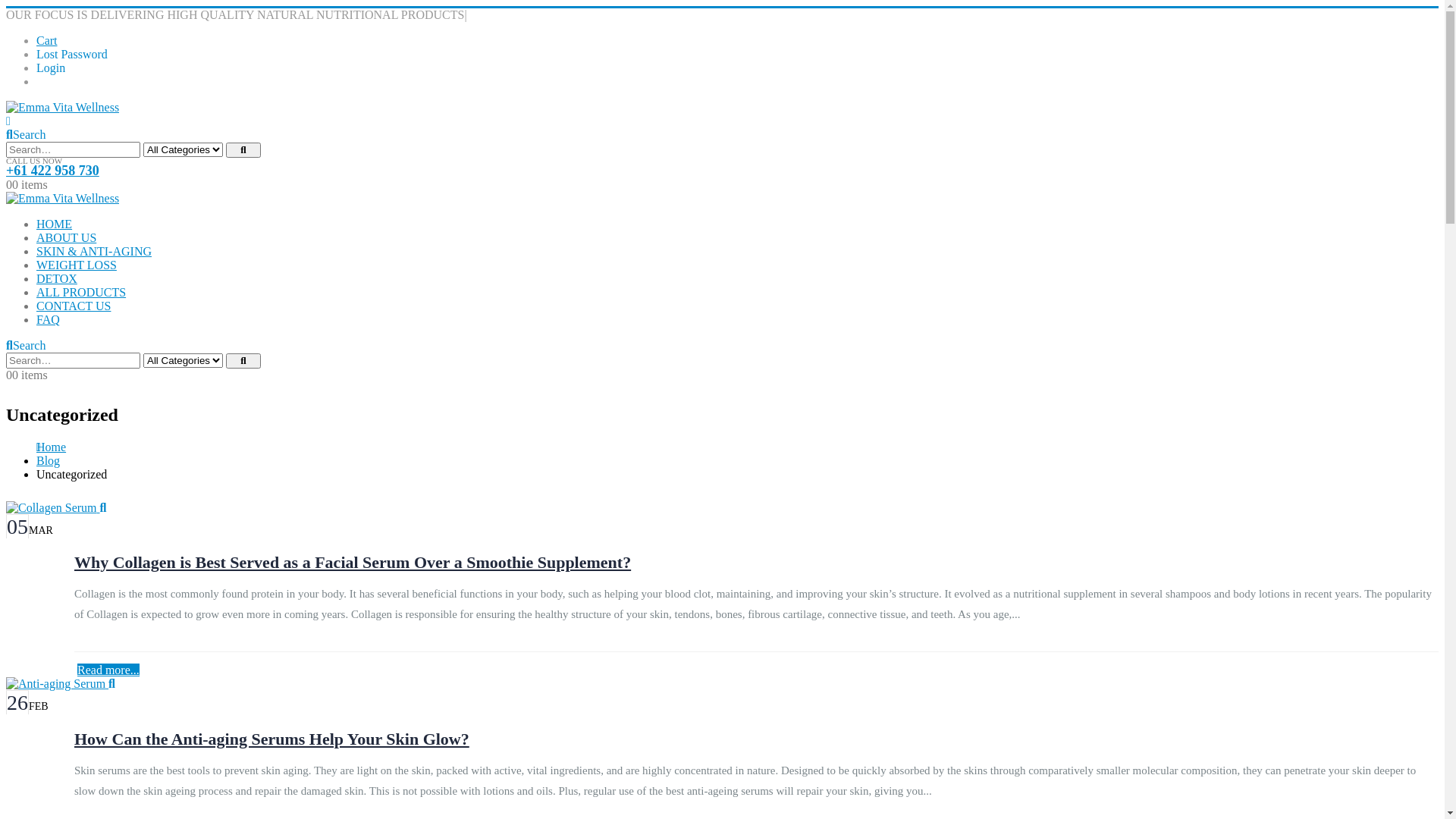 The width and height of the screenshot is (1456, 819). Describe the element at coordinates (80, 292) in the screenshot. I see `'ALL PRODUCTS'` at that location.